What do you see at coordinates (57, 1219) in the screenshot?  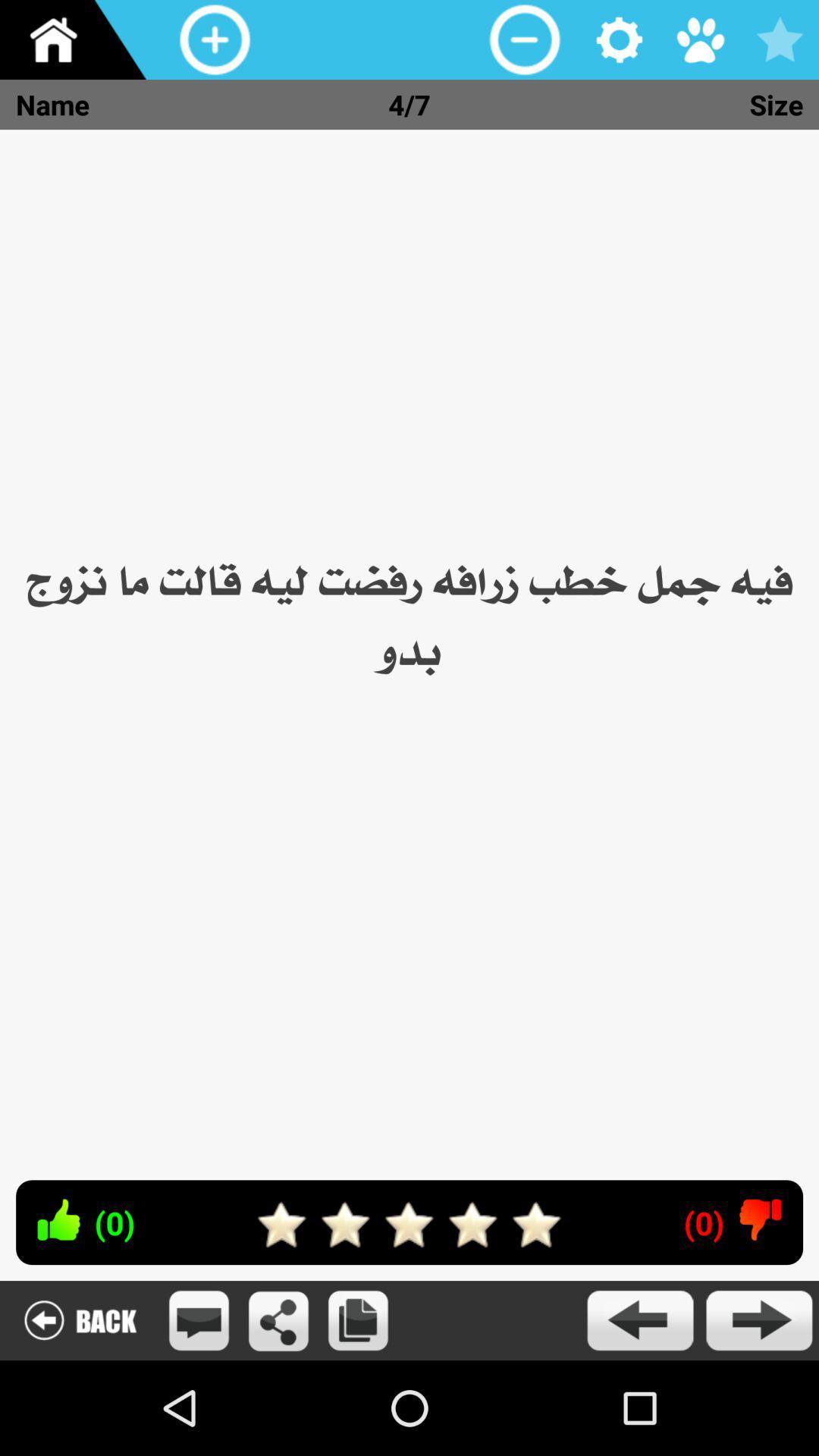 I see `hit like` at bounding box center [57, 1219].